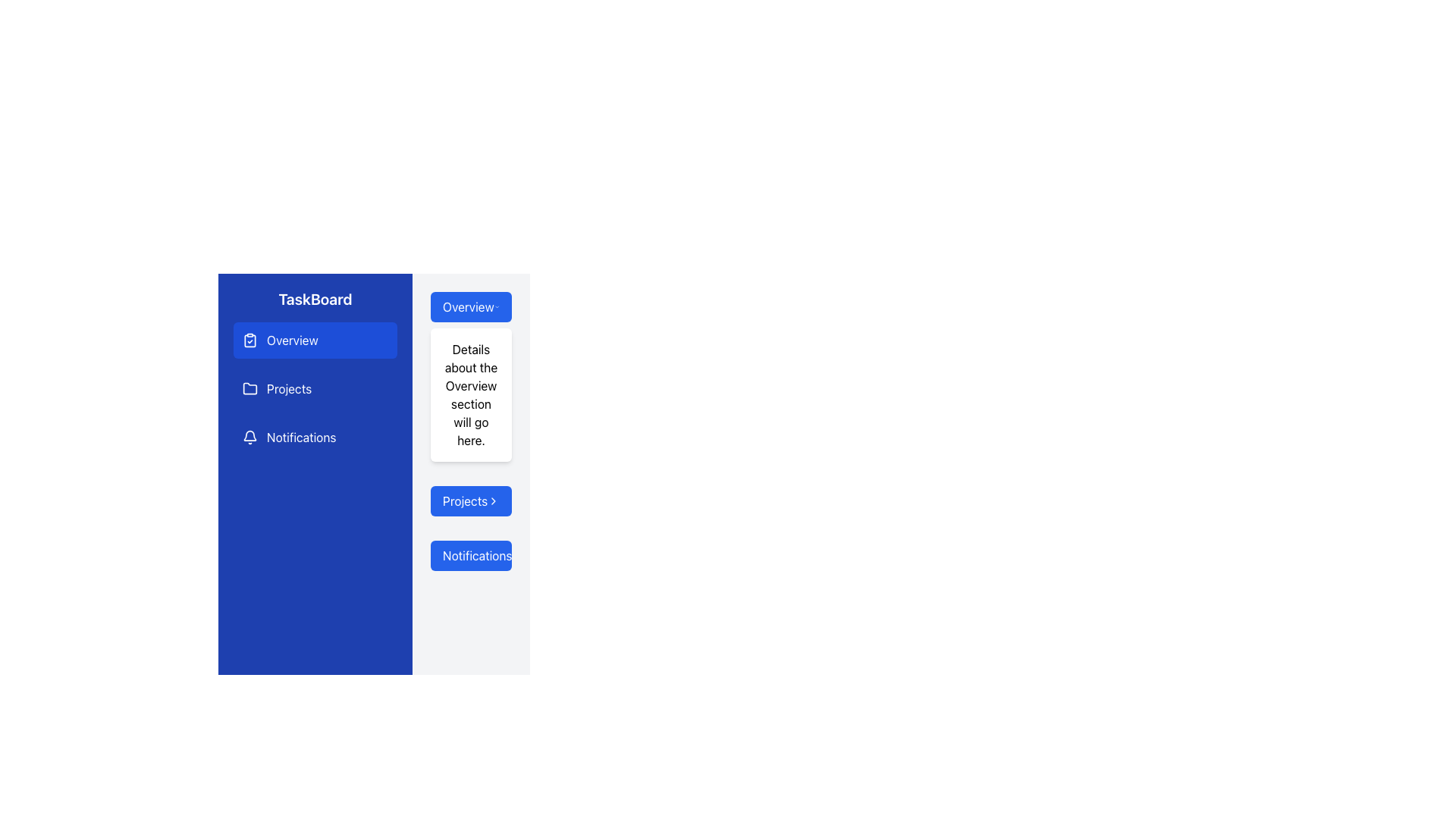  Describe the element at coordinates (470, 500) in the screenshot. I see `the 'Projects' button, which is a horizontally oriented button with a blue background and white text` at that location.